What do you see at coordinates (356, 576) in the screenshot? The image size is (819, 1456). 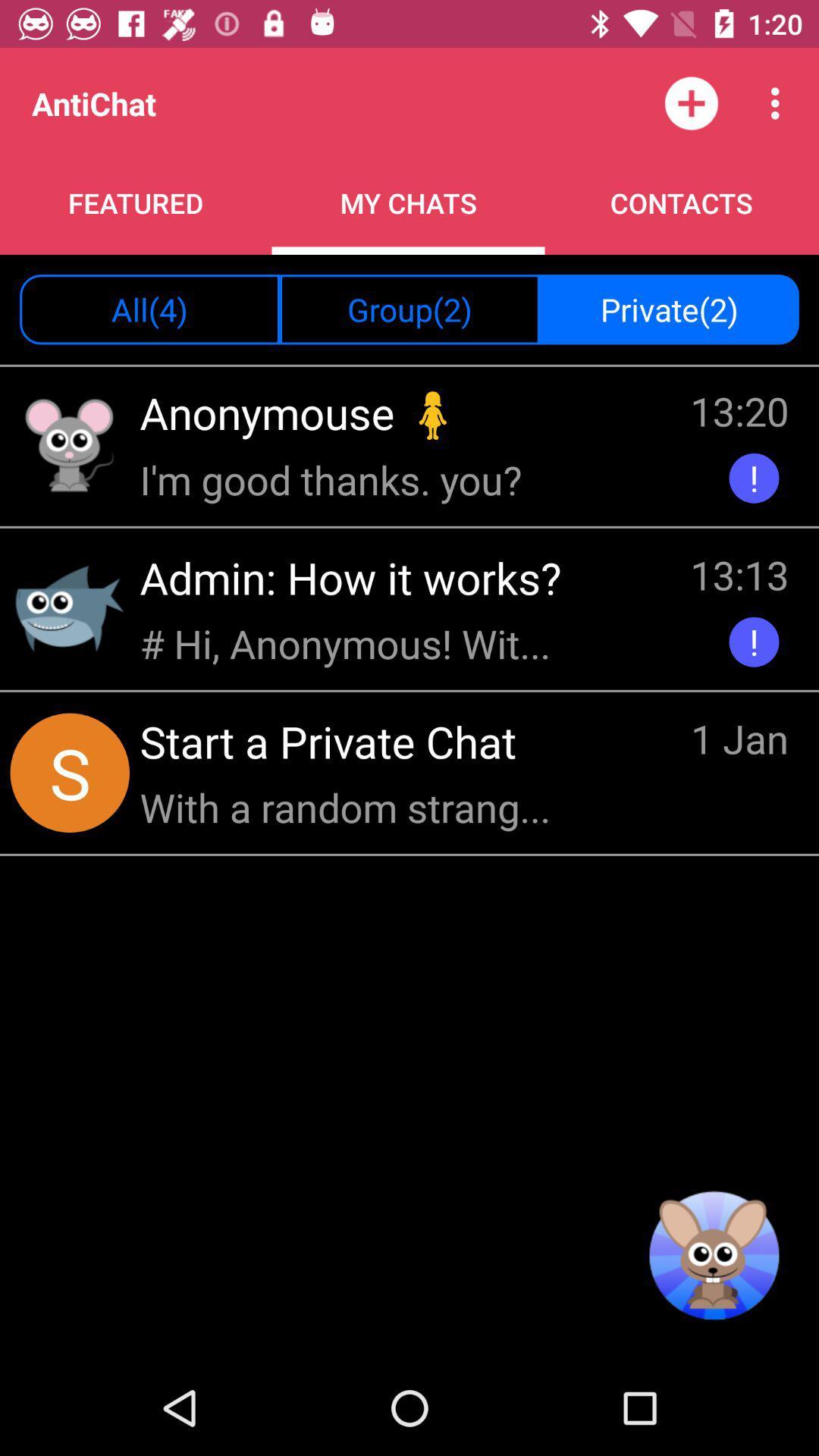 I see `item next to 13:13` at bounding box center [356, 576].